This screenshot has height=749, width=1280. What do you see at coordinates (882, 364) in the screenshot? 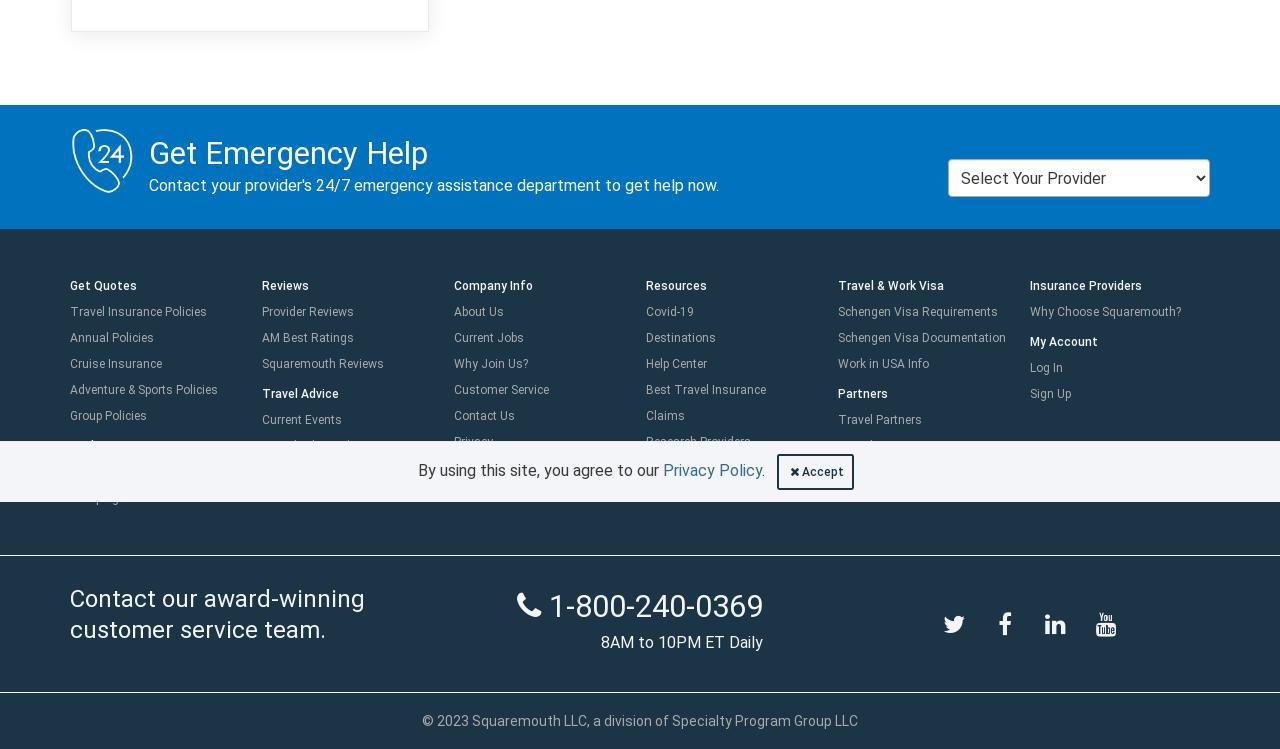
I see `'Work in USA Info'` at bounding box center [882, 364].